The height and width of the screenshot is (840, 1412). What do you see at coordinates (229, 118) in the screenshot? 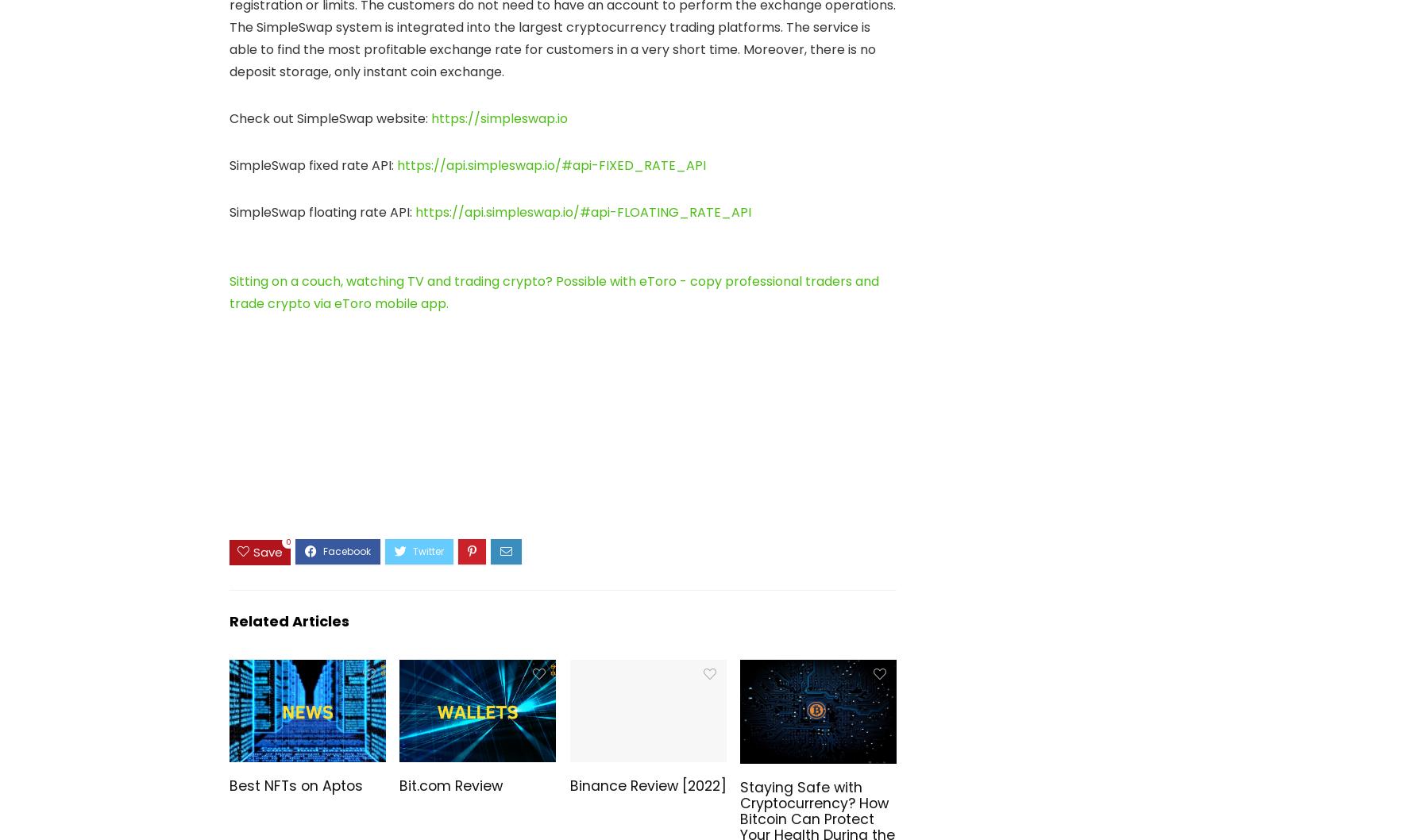
I see `'Check out SimpleSwap website:'` at bounding box center [229, 118].